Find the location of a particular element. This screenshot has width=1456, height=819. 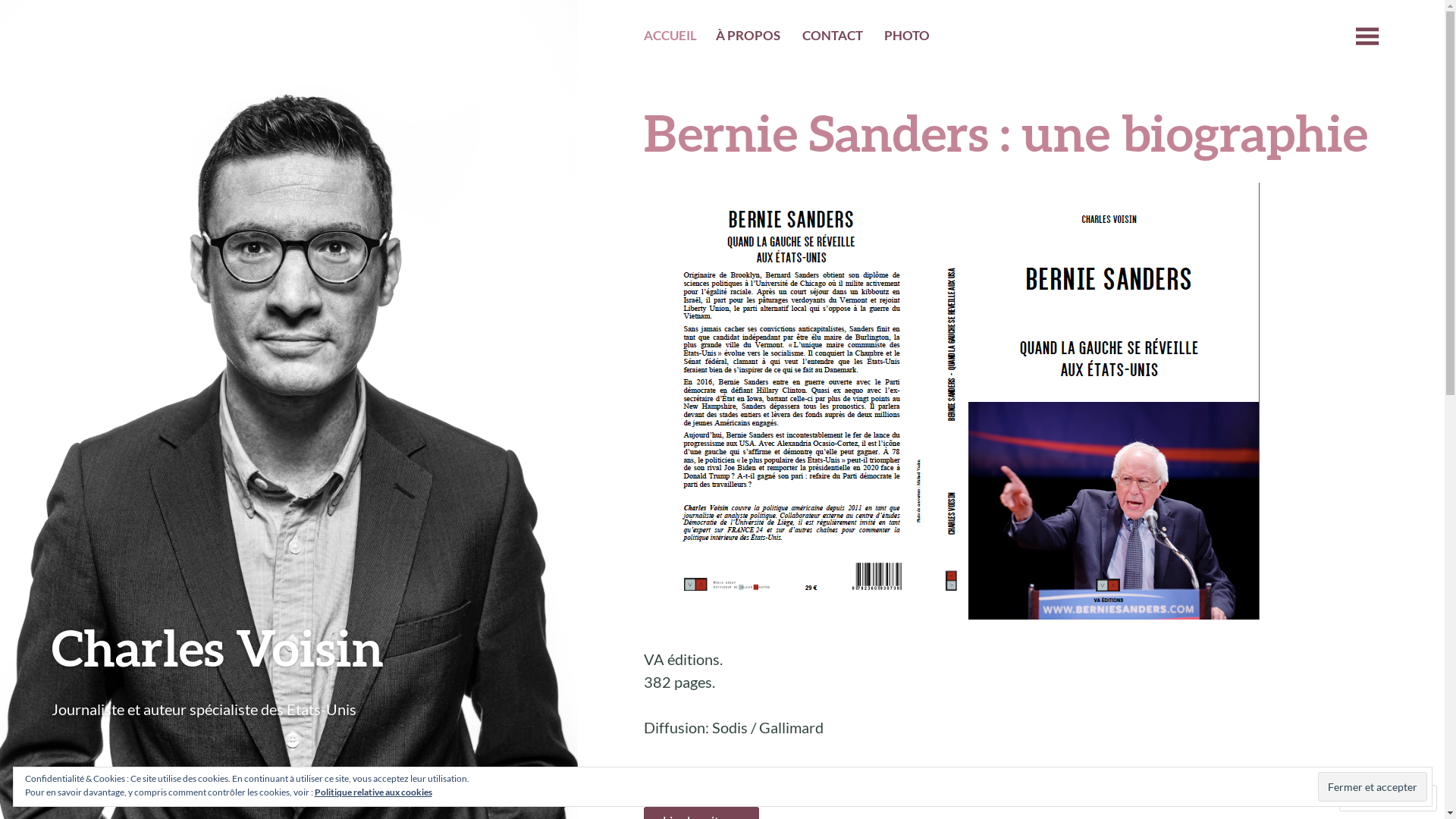

'CONTACT' is located at coordinates (832, 37).